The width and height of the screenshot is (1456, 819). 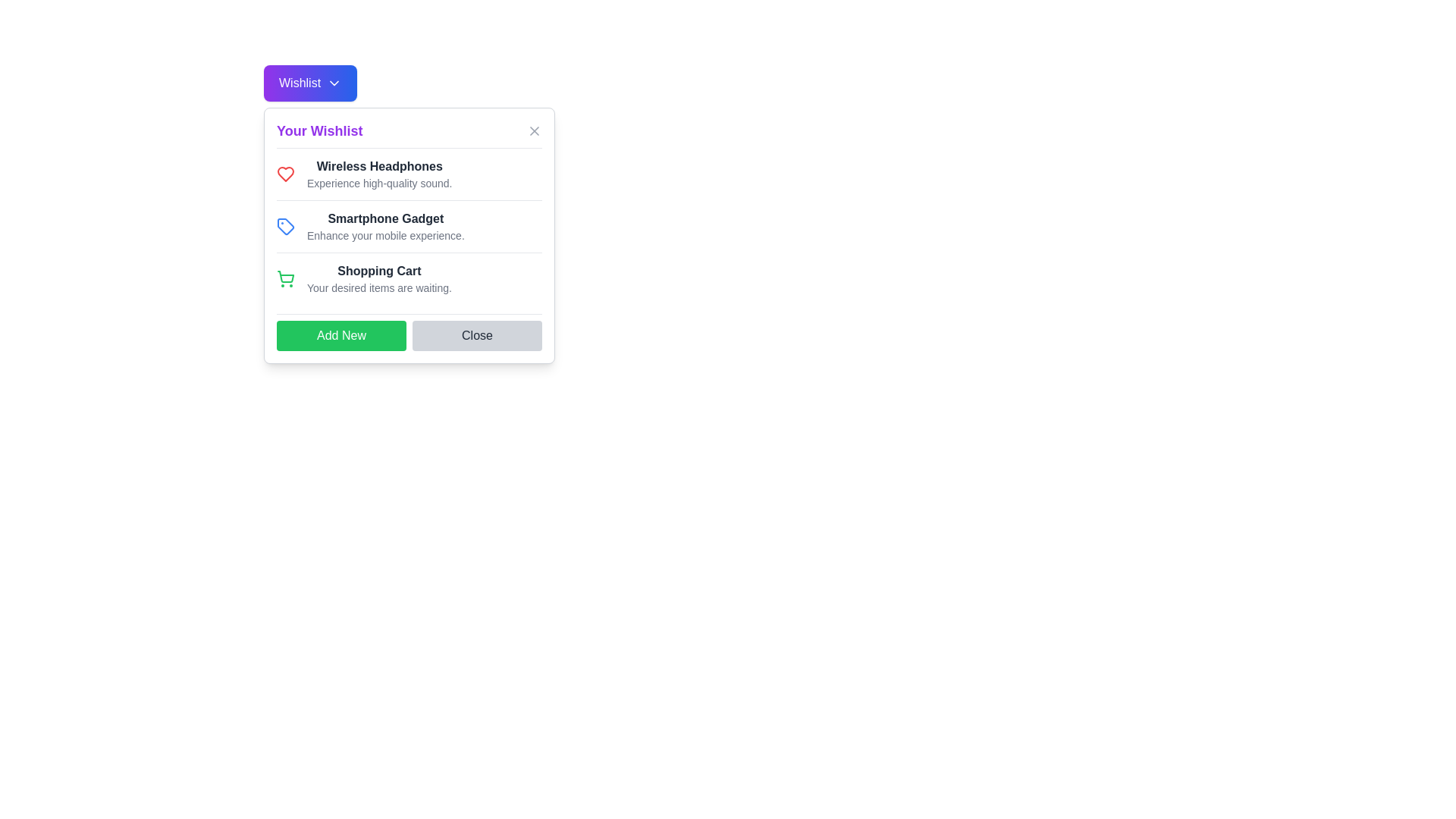 I want to click on the dropdown button located at the top-left corner of the modal, so click(x=409, y=83).